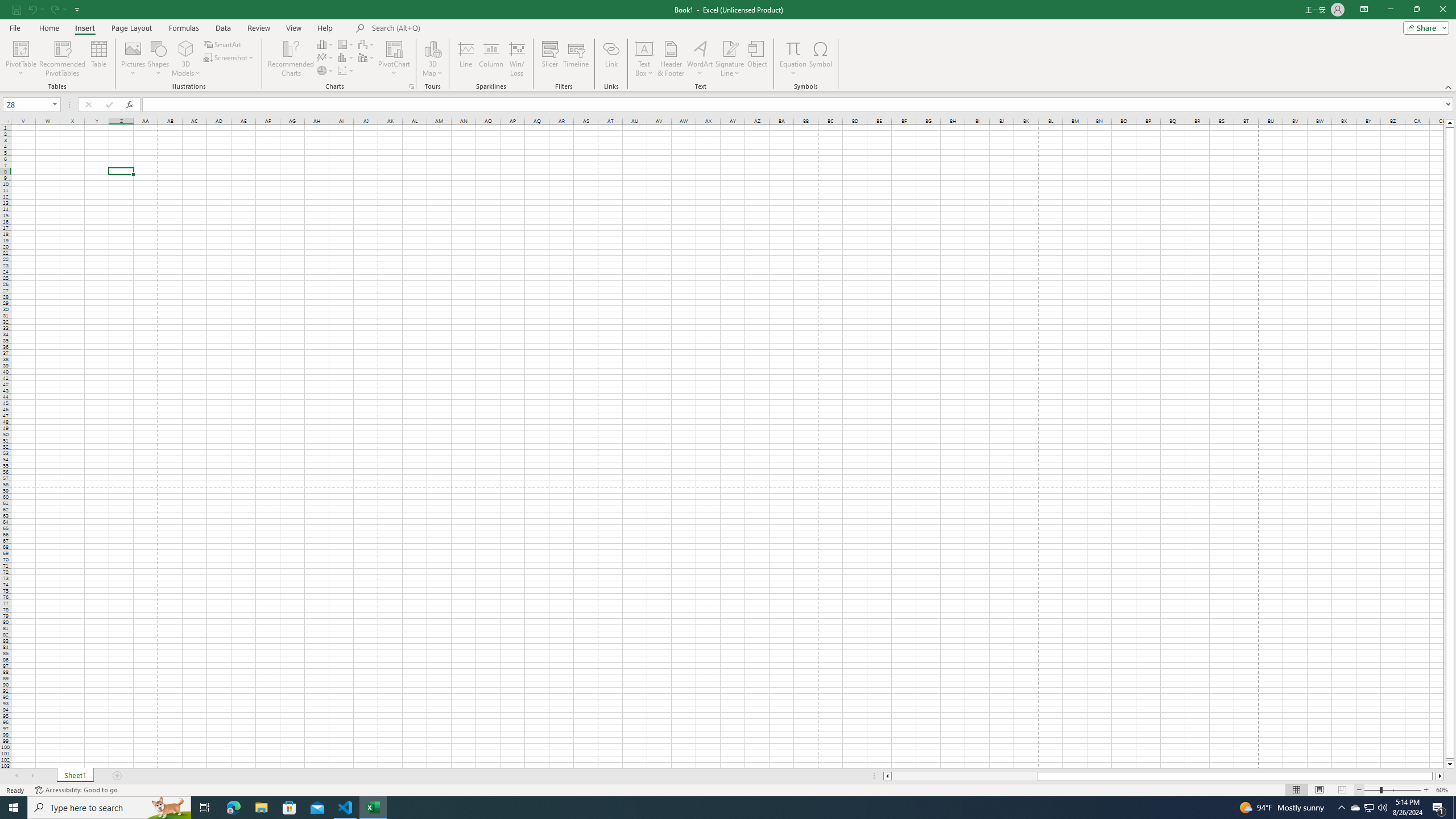  I want to click on 'Equation', so click(793, 48).